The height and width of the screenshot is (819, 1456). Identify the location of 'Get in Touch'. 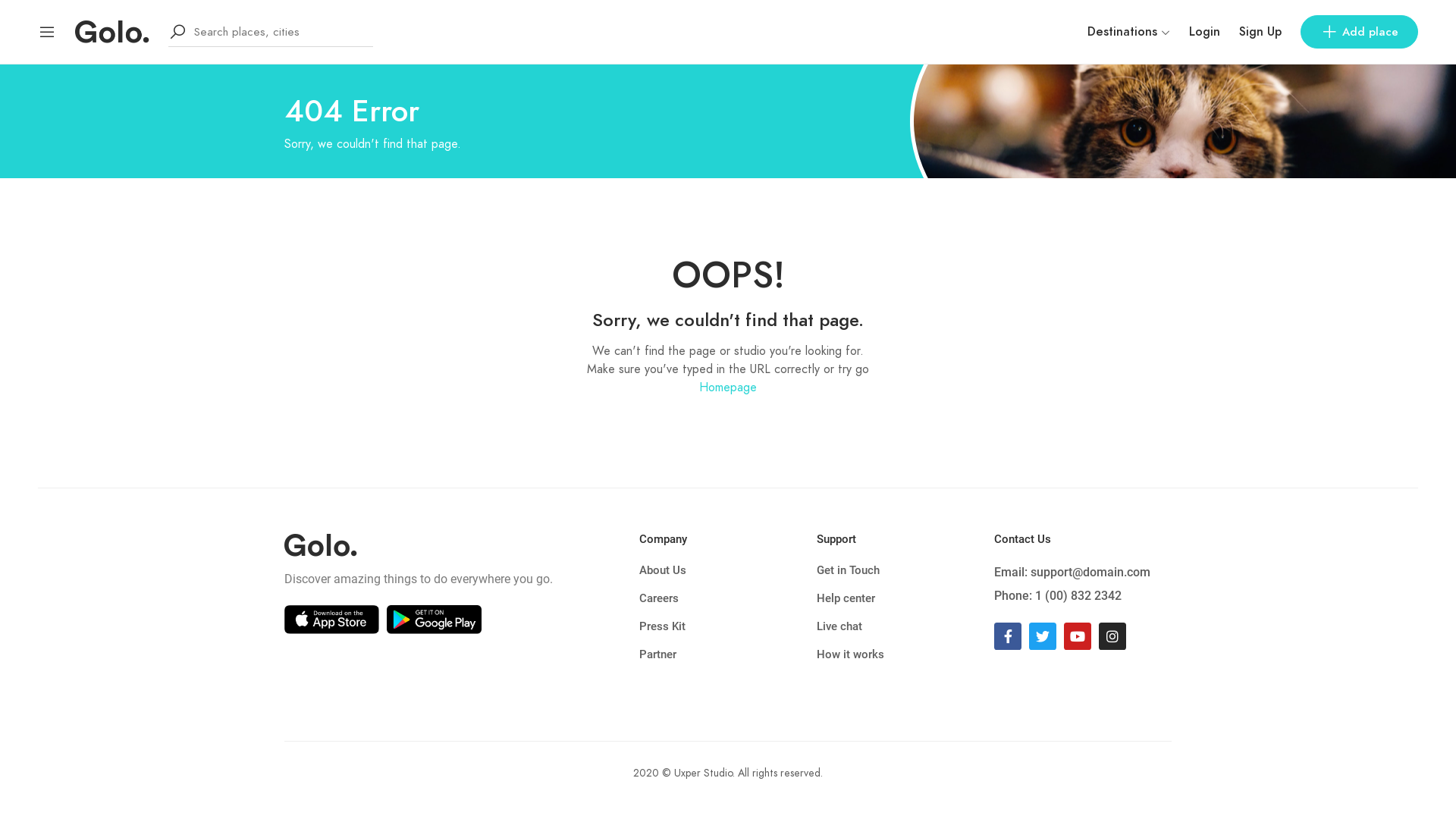
(905, 570).